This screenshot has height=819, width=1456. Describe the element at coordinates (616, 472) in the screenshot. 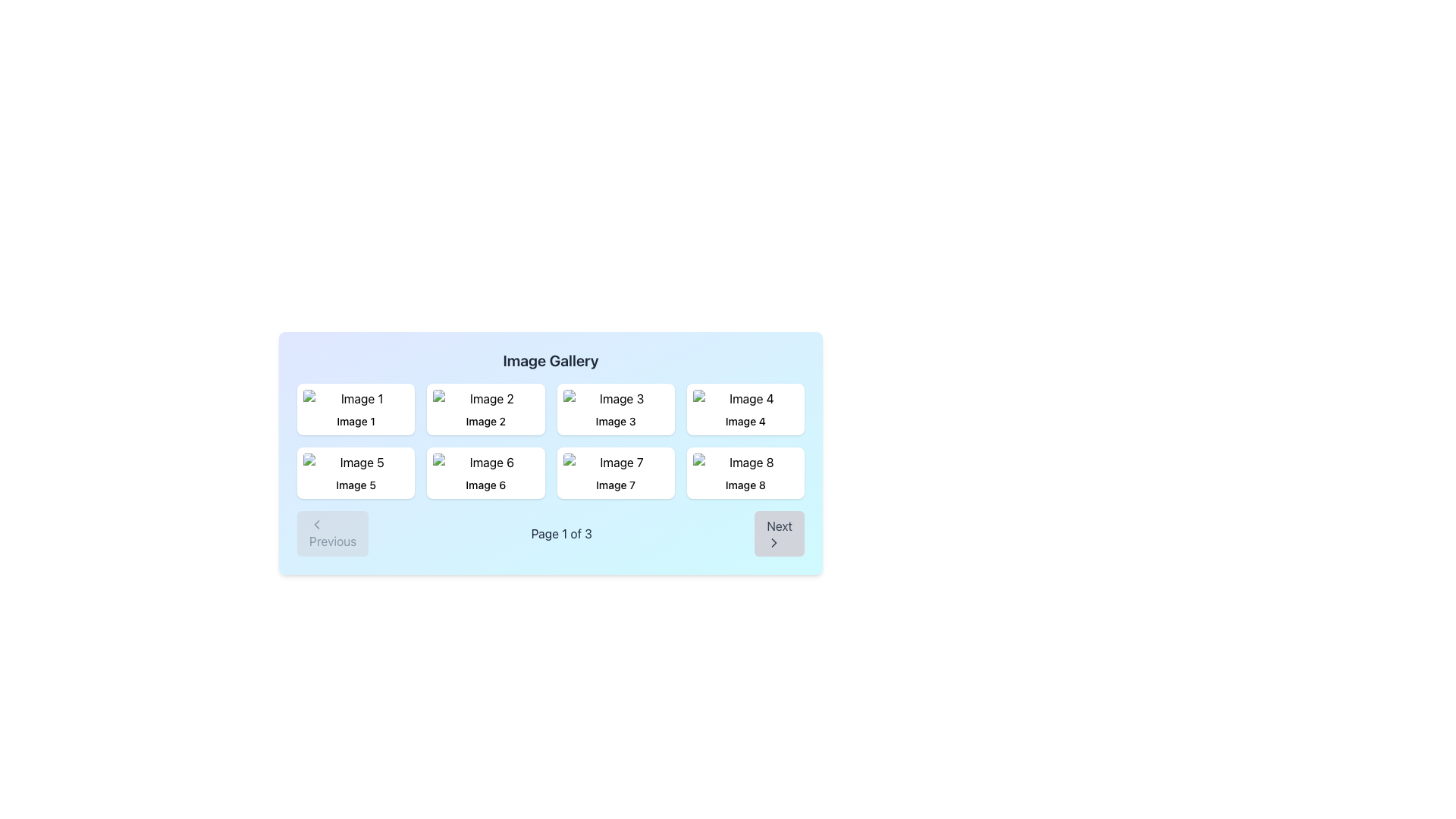

I see `the Gallery item card displaying 'Image 7', located in the second row and third column of the grid` at that location.